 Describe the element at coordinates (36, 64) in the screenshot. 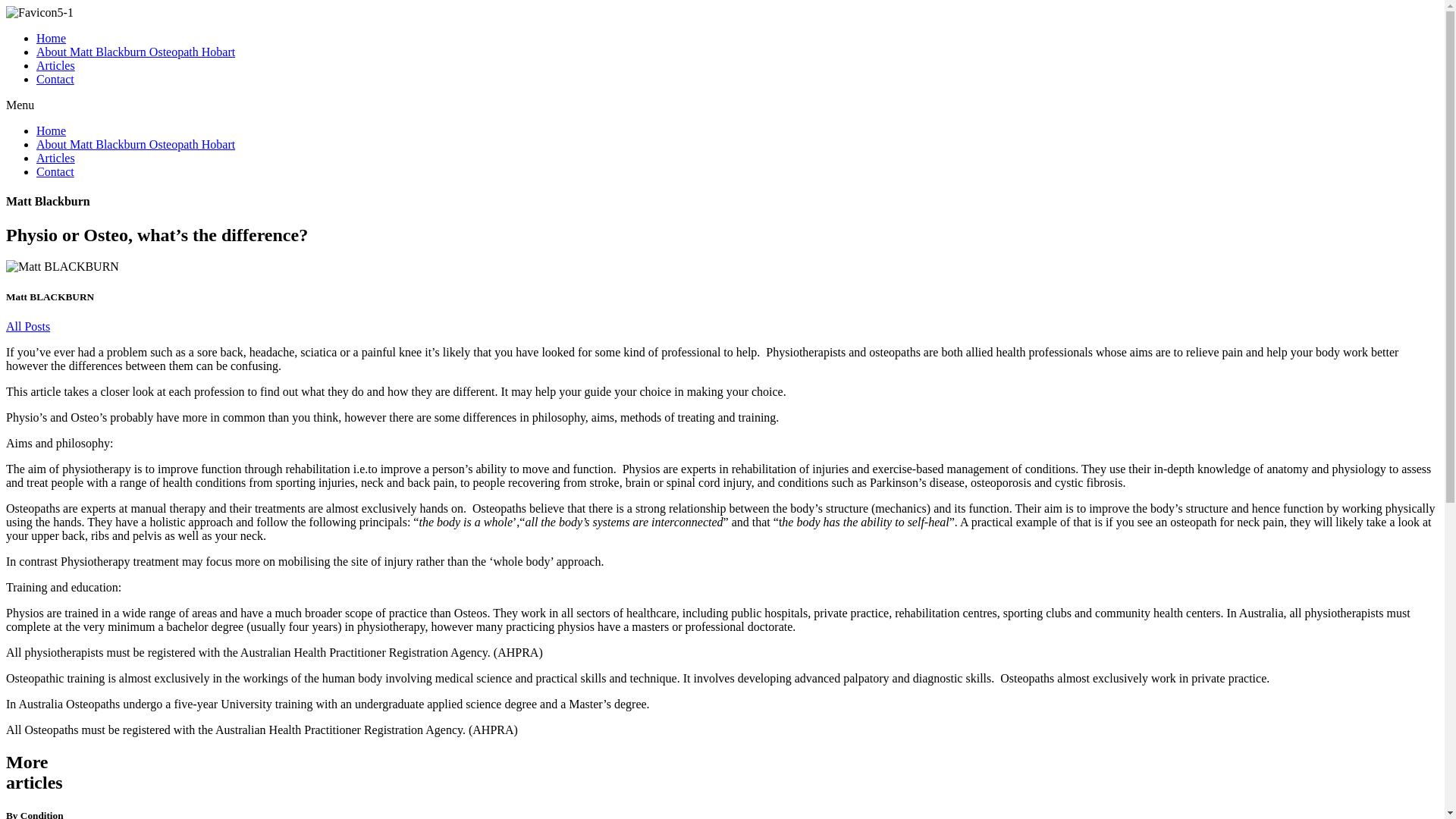

I see `'Articles'` at that location.